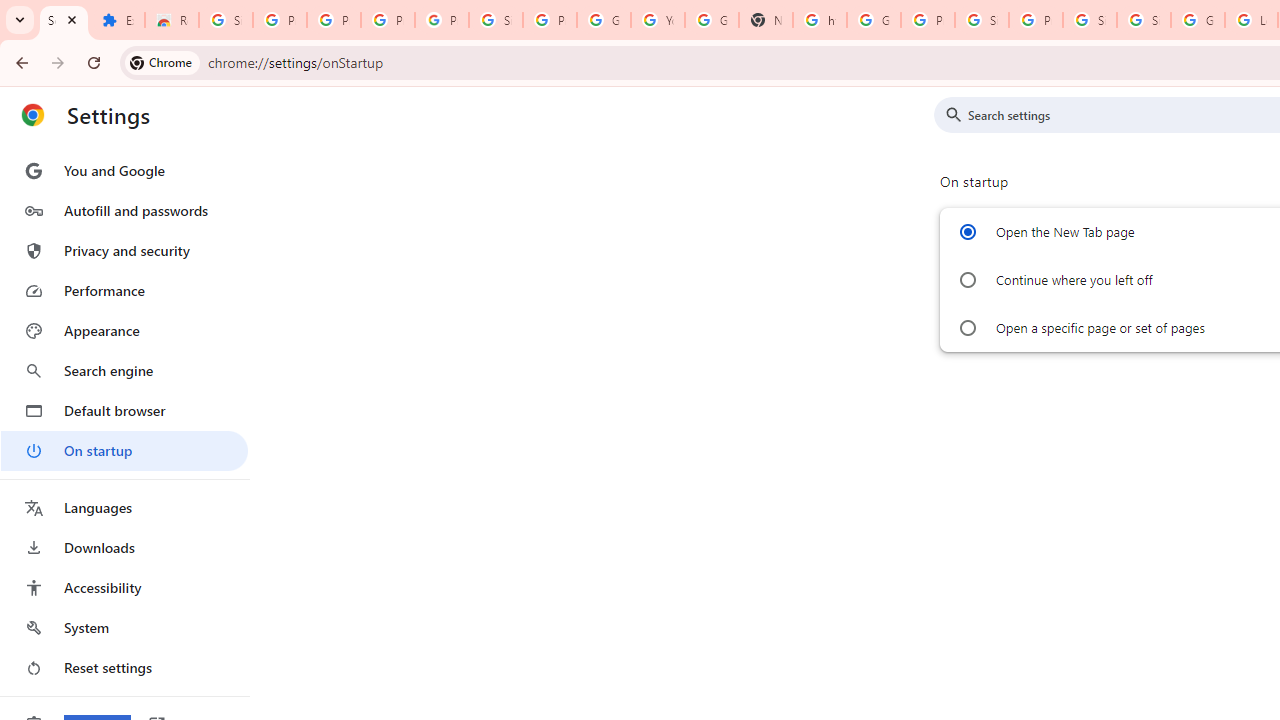  What do you see at coordinates (123, 410) in the screenshot?
I see `'Default browser'` at bounding box center [123, 410].